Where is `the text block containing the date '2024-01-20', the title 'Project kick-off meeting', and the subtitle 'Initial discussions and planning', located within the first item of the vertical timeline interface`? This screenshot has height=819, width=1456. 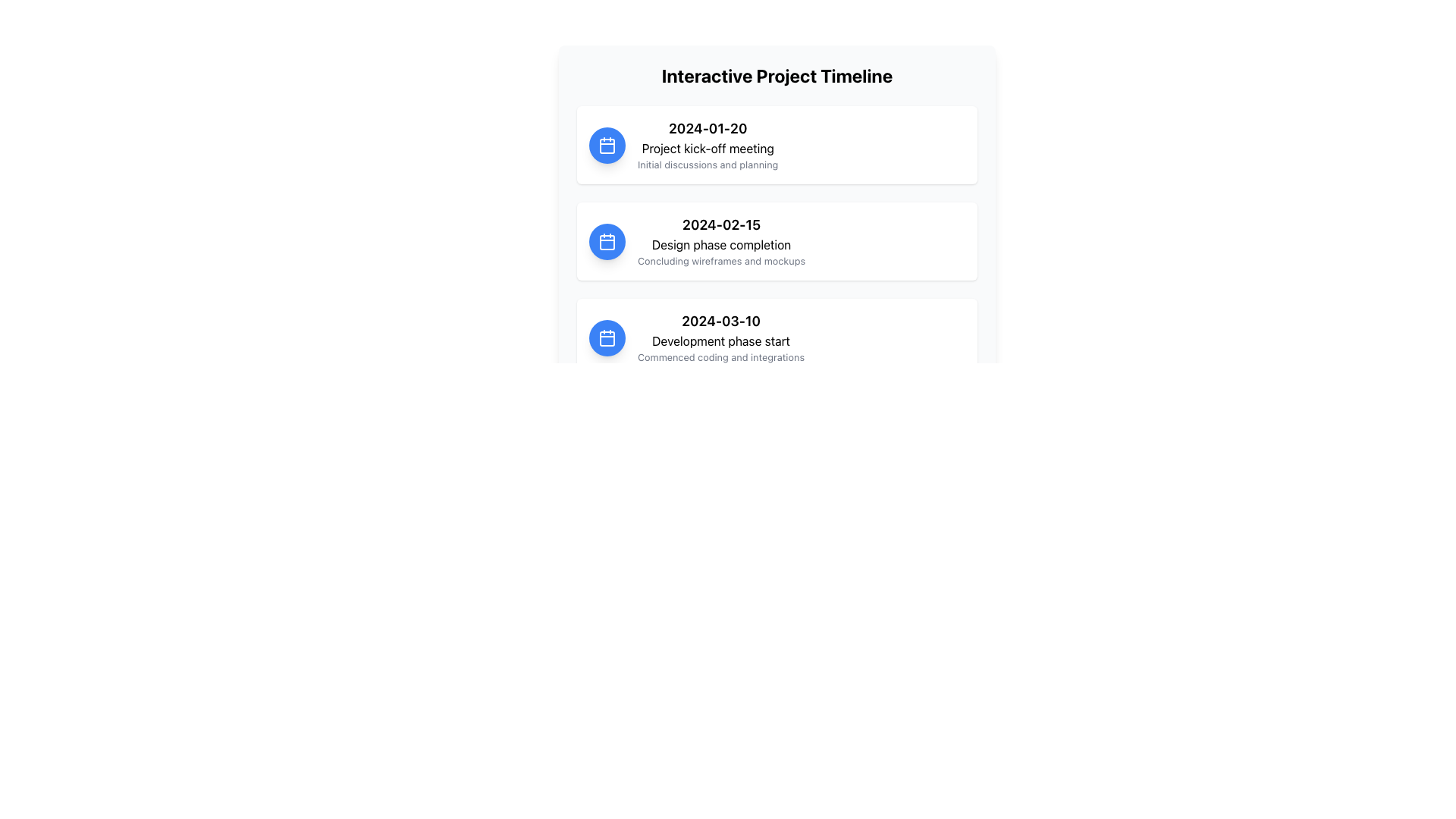 the text block containing the date '2024-01-20', the title 'Project kick-off meeting', and the subtitle 'Initial discussions and planning', located within the first item of the vertical timeline interface is located at coordinates (707, 145).